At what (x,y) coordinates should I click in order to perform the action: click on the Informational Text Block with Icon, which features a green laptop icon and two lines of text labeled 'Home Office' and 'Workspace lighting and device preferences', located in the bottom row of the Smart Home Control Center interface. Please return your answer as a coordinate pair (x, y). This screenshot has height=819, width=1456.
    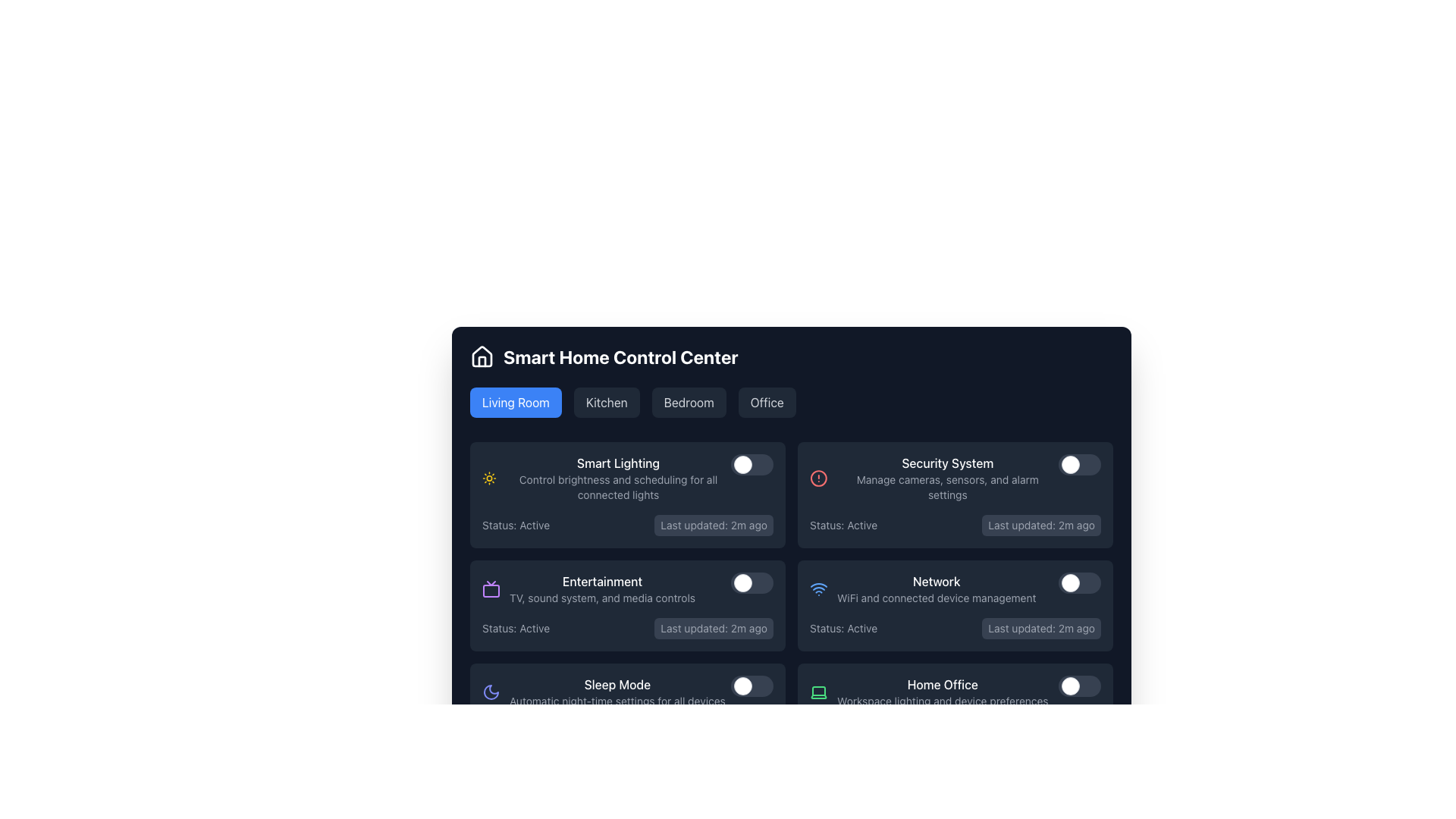
    Looking at the image, I should click on (928, 692).